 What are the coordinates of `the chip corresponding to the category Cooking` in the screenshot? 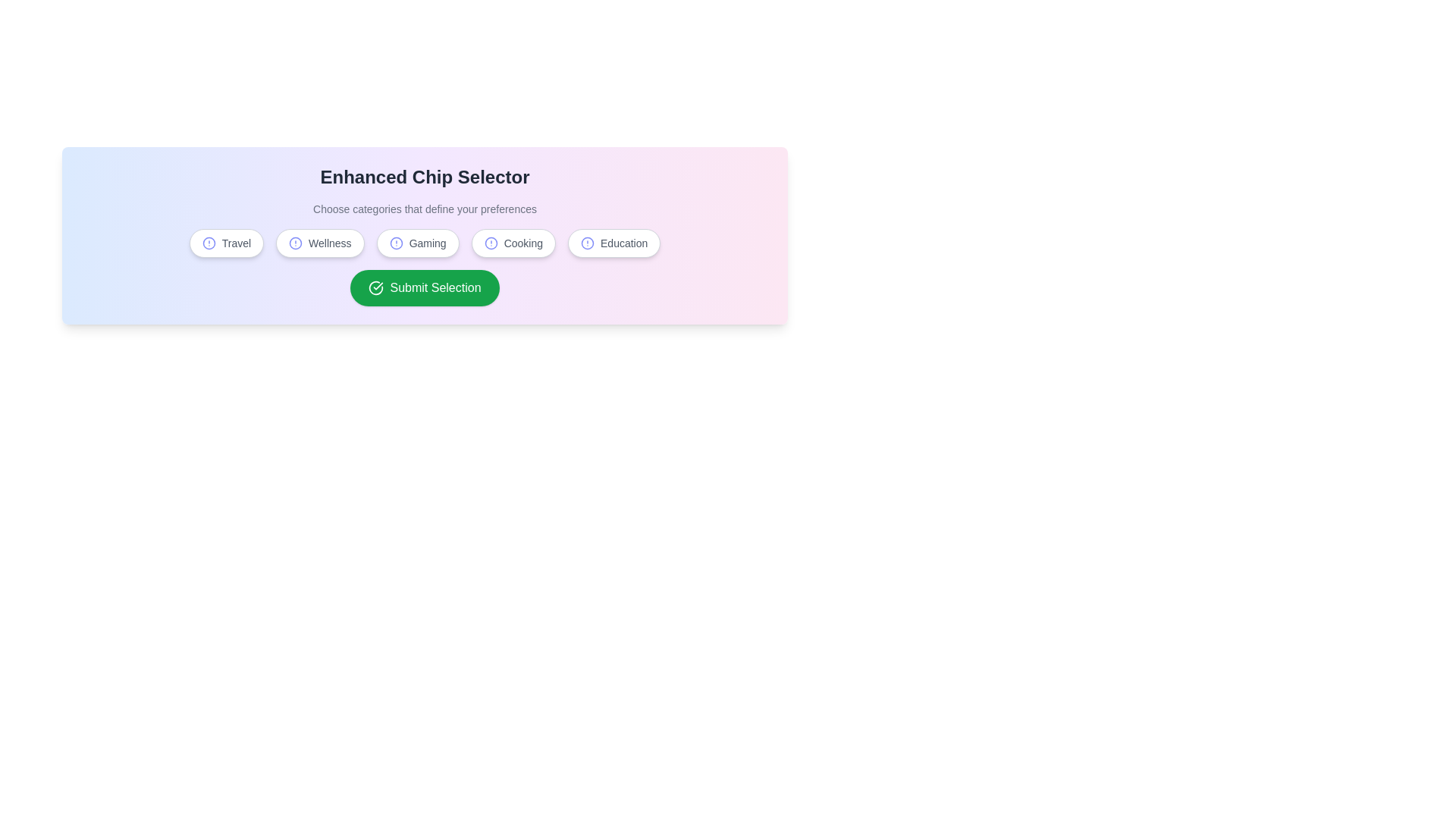 It's located at (513, 242).